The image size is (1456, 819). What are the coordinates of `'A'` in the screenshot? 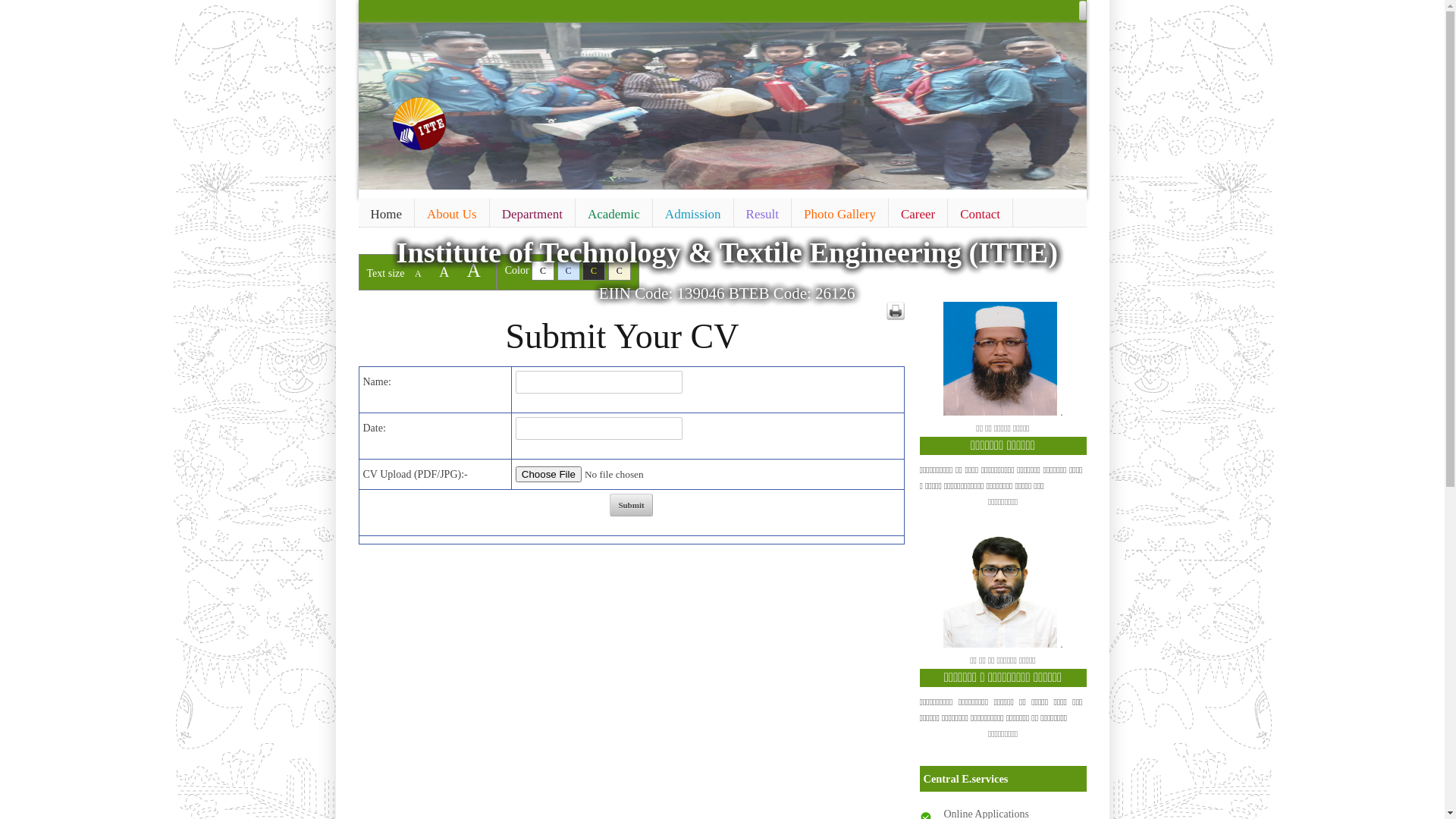 It's located at (443, 271).